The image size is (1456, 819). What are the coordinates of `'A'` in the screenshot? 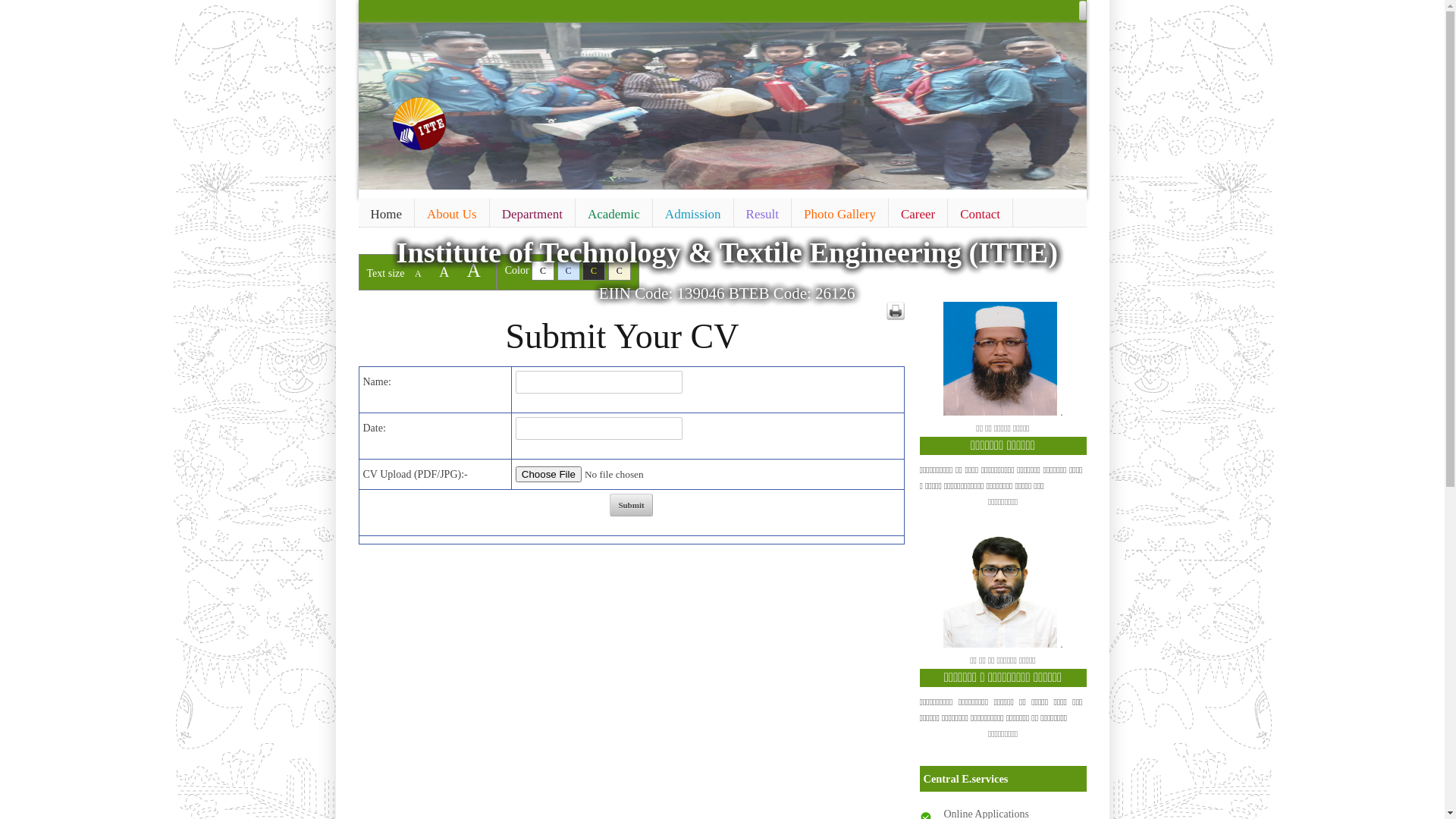 It's located at (443, 271).